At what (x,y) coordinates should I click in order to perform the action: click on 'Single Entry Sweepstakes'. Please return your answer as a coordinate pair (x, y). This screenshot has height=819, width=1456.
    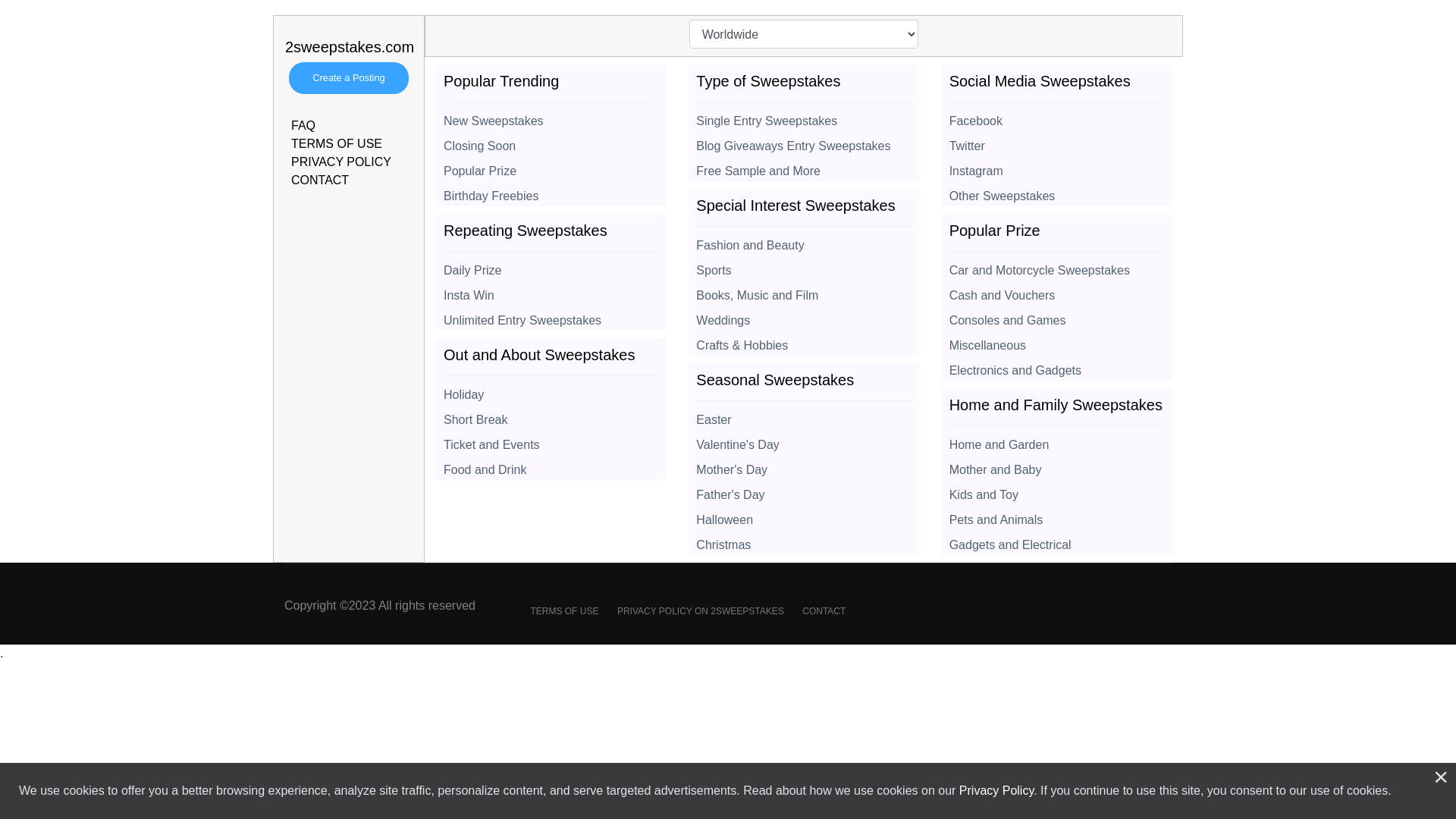
    Looking at the image, I should click on (802, 116).